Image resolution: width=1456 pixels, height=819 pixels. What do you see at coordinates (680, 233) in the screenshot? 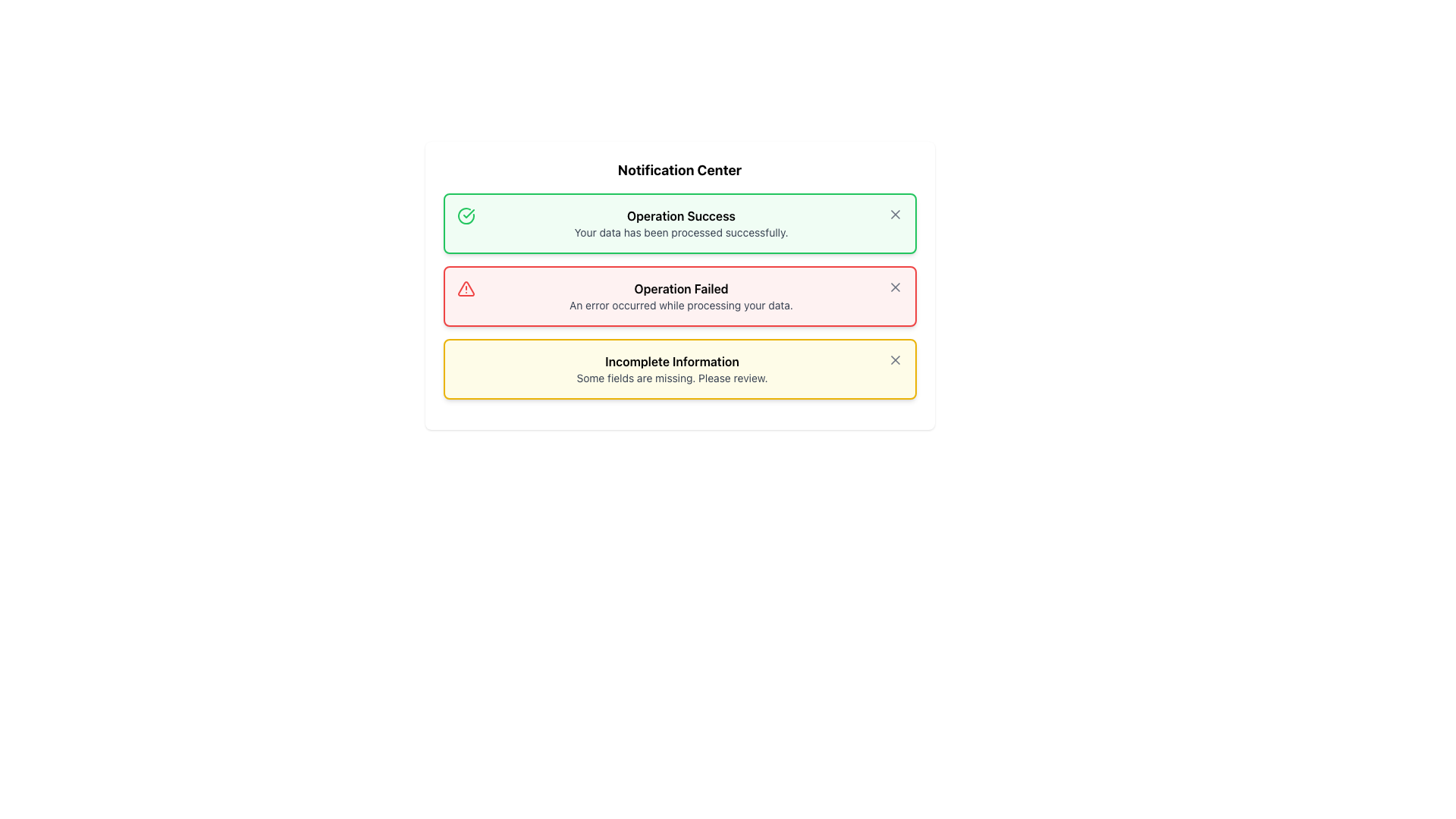
I see `the text label that displays the message 'Your data has been processed successfully.' which is styled in gray and located below the header 'Operation Success'` at bounding box center [680, 233].